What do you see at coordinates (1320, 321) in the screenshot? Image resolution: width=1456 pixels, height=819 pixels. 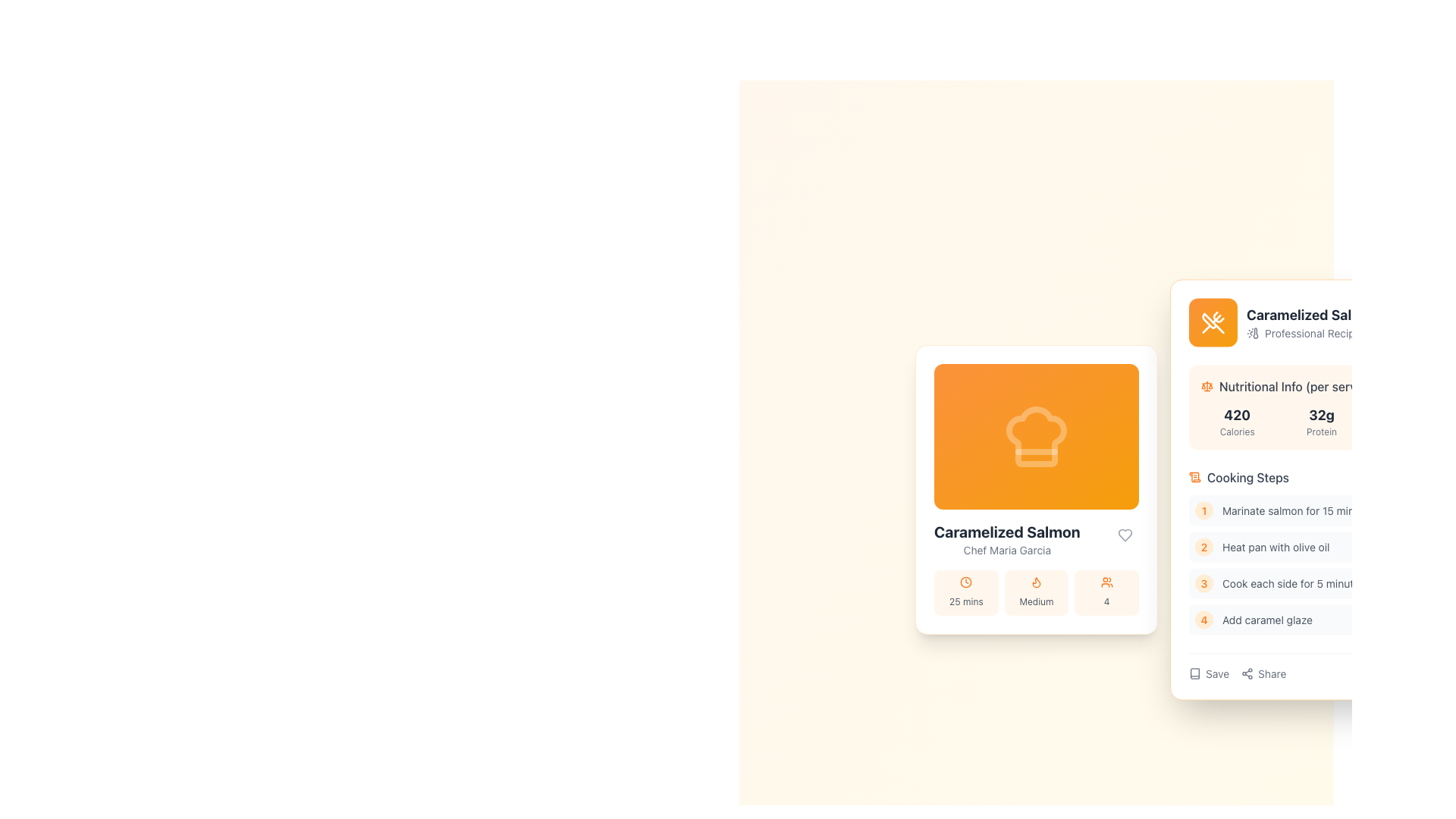 I see `the title-display component in the popup that includes a title and subtitle text, accompanied by an orange icon` at bounding box center [1320, 321].